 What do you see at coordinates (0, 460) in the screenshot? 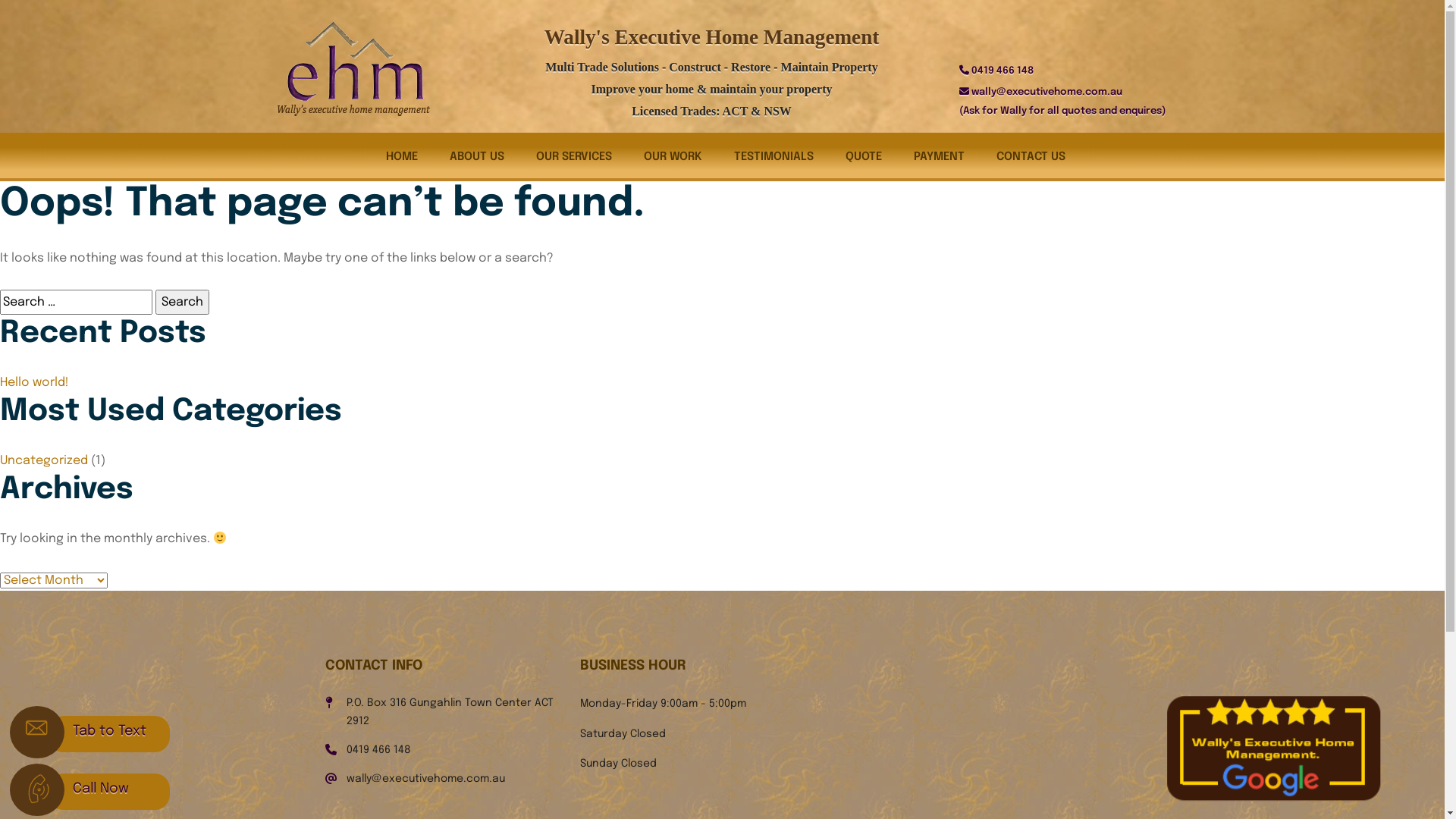
I see `'Uncategorized'` at bounding box center [0, 460].